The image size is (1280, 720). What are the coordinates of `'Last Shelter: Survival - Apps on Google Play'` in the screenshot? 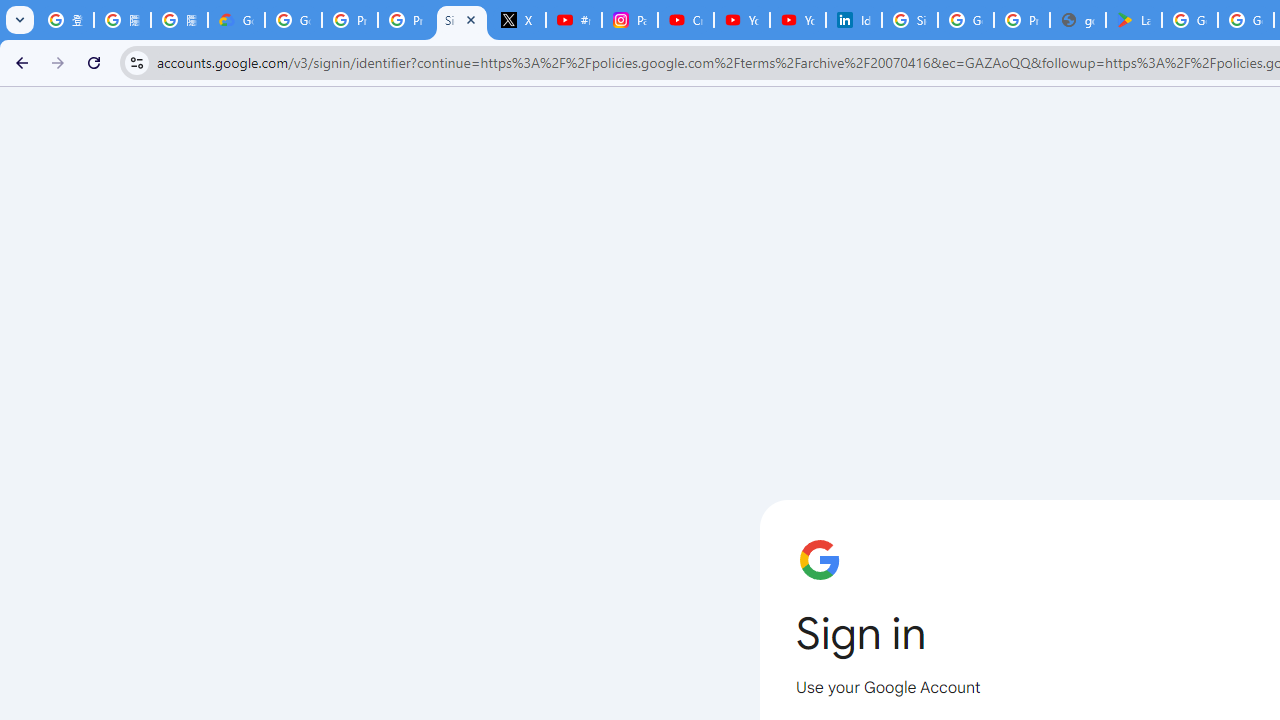 It's located at (1134, 20).